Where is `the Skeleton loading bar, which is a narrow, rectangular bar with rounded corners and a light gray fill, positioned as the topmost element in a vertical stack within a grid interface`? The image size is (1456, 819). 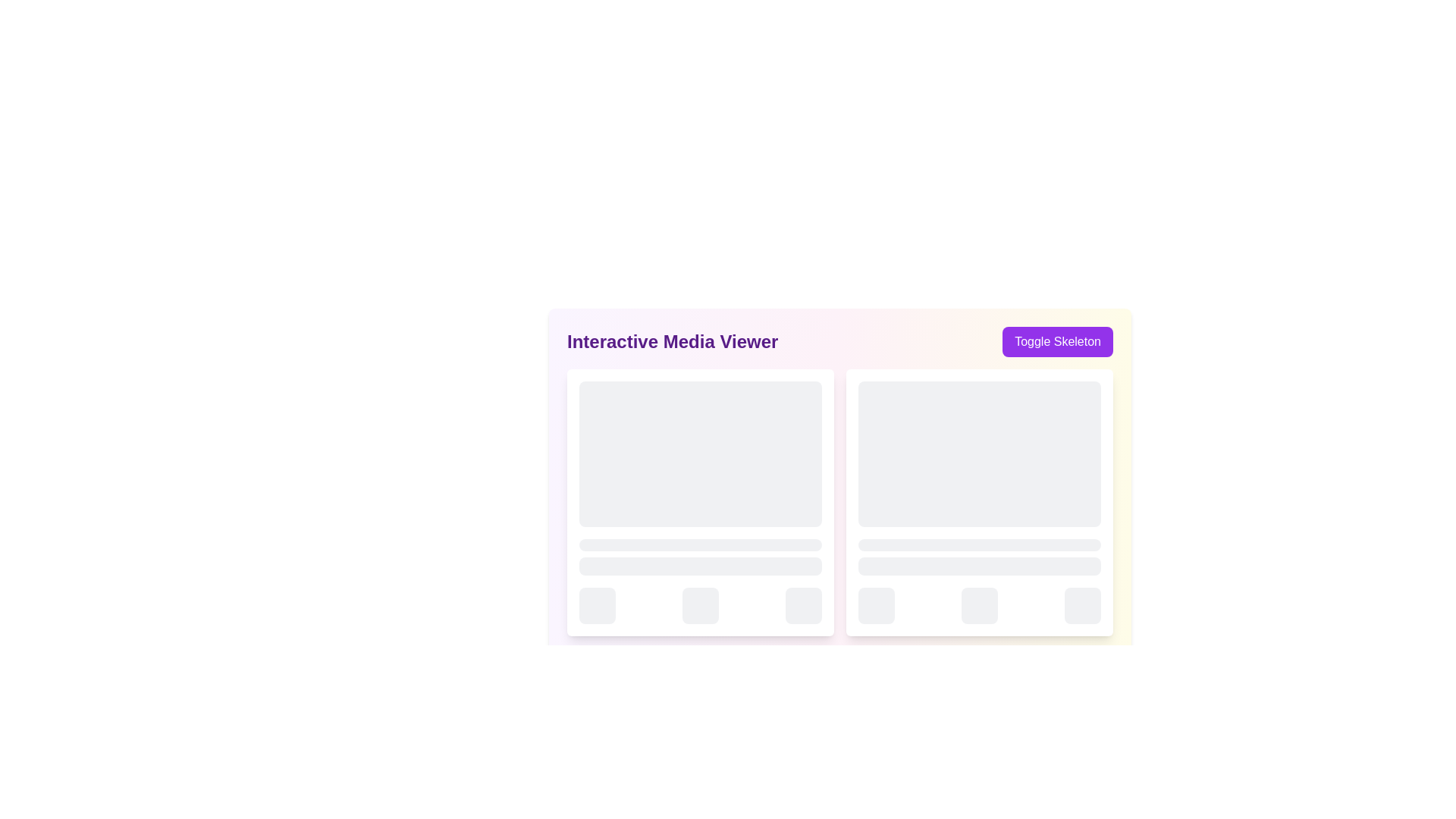
the Skeleton loading bar, which is a narrow, rectangular bar with rounded corners and a light gray fill, positioned as the topmost element in a vertical stack within a grid interface is located at coordinates (700, 544).